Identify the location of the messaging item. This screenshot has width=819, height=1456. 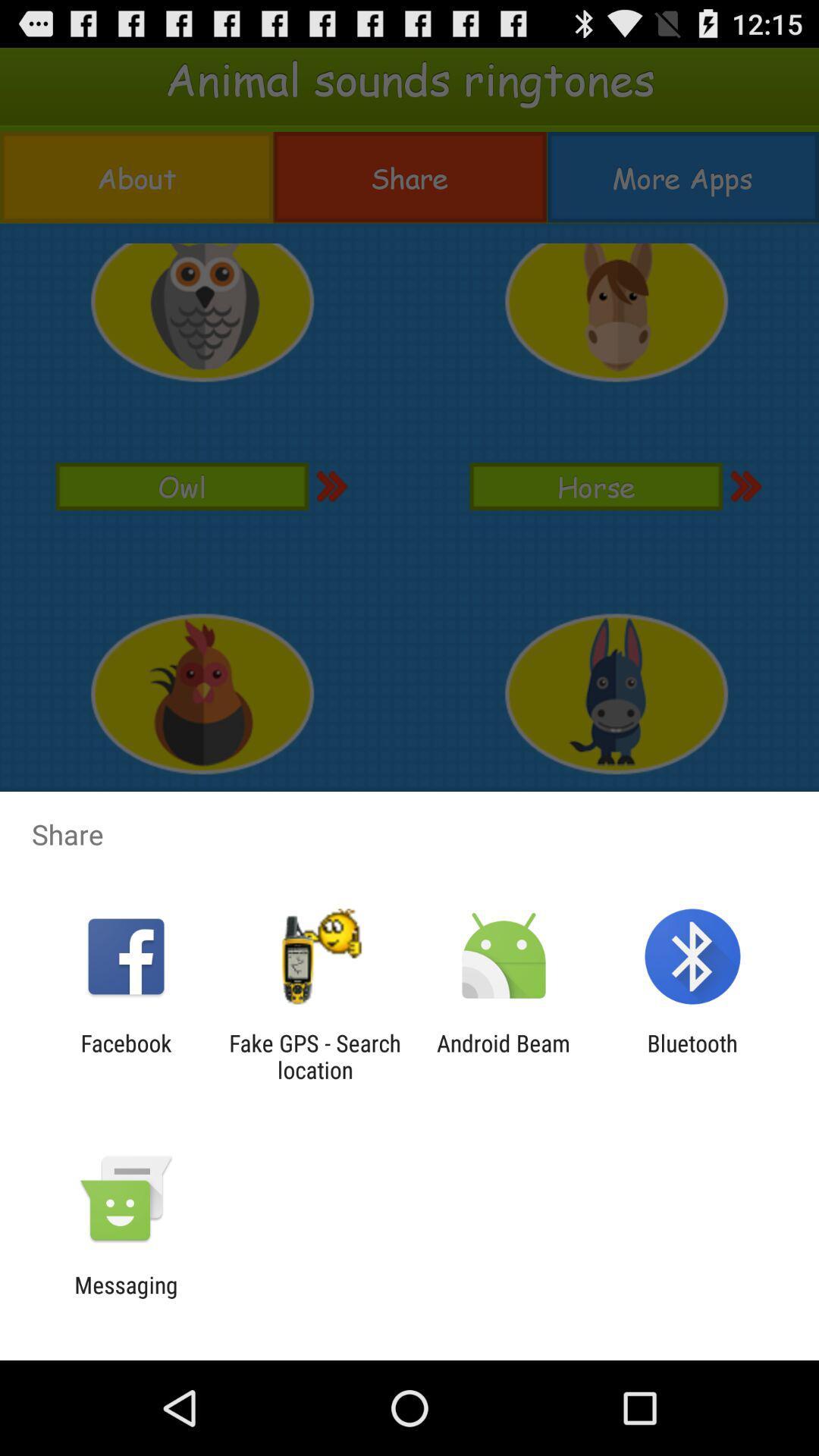
(125, 1298).